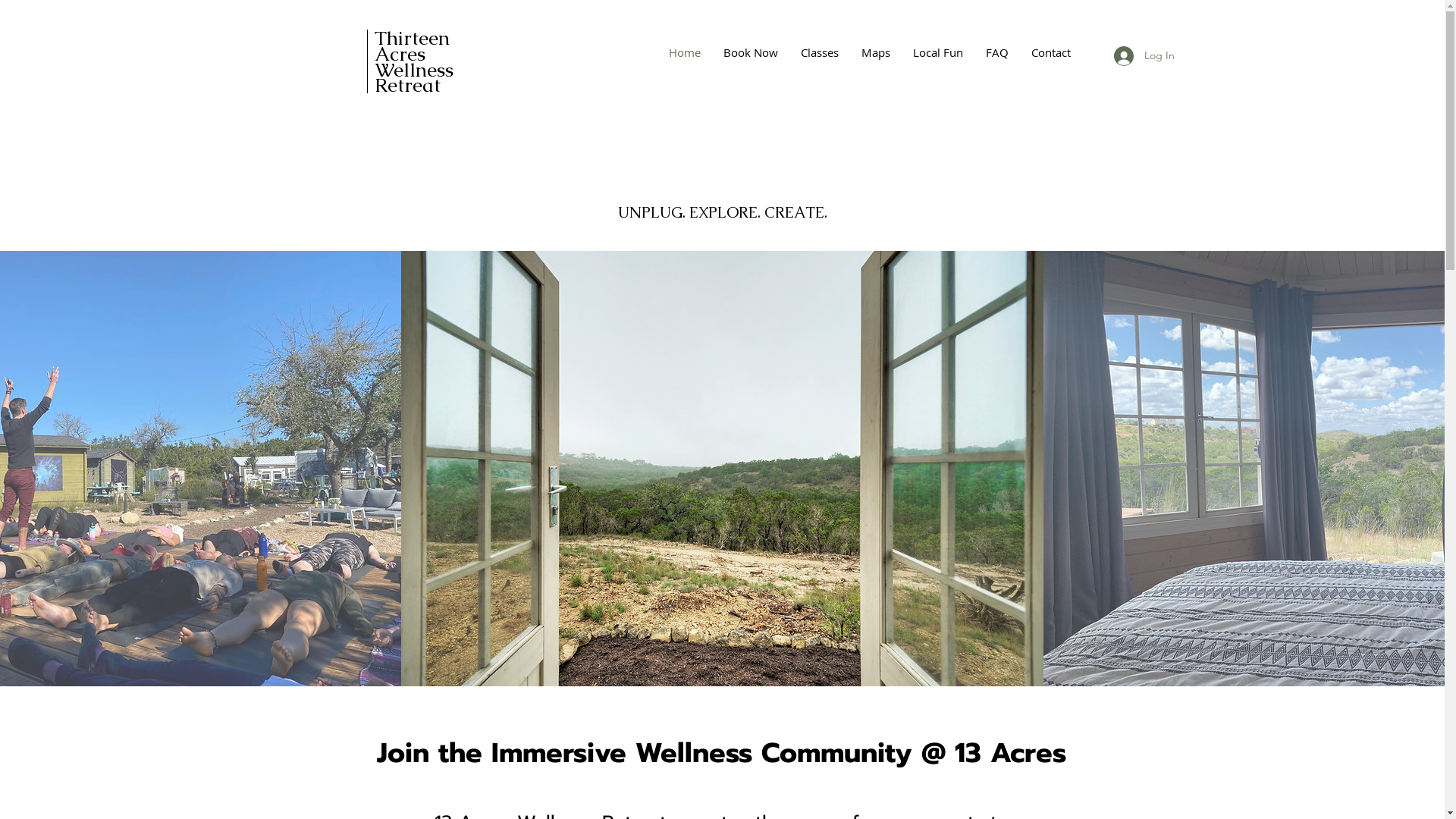 This screenshot has height=819, width=1456. Describe the element at coordinates (412, 37) in the screenshot. I see `'Thirteen'` at that location.